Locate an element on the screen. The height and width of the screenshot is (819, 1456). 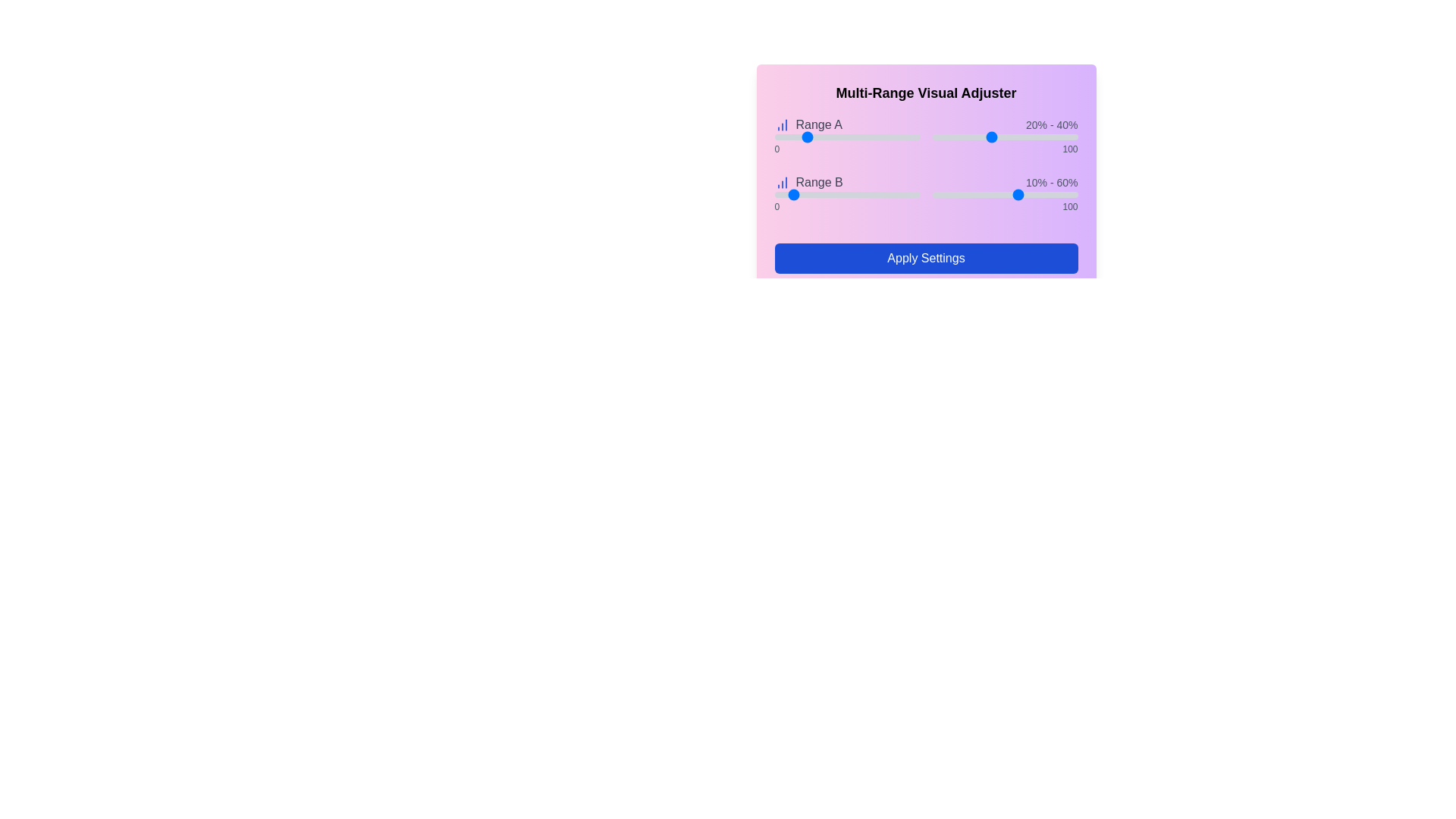
the slider is located at coordinates (936, 137).